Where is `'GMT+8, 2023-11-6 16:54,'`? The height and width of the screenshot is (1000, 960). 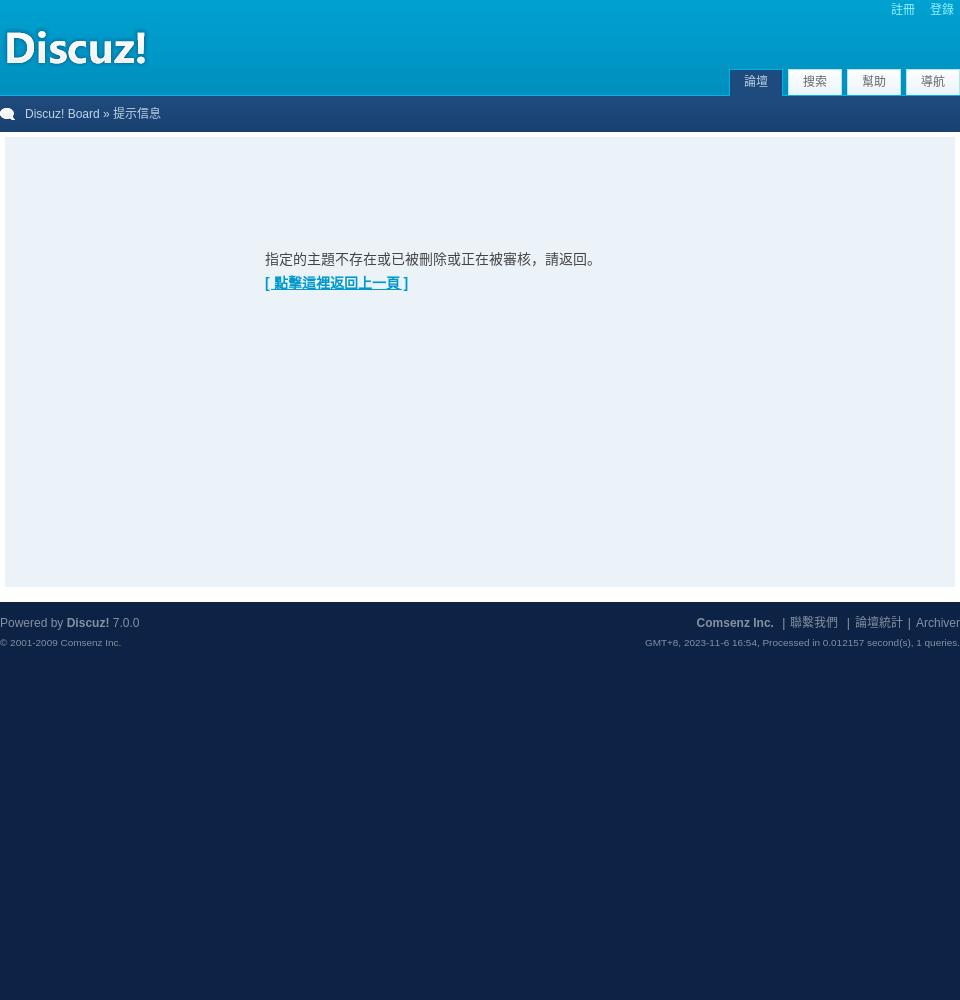
'GMT+8, 2023-11-6 16:54,' is located at coordinates (703, 642).